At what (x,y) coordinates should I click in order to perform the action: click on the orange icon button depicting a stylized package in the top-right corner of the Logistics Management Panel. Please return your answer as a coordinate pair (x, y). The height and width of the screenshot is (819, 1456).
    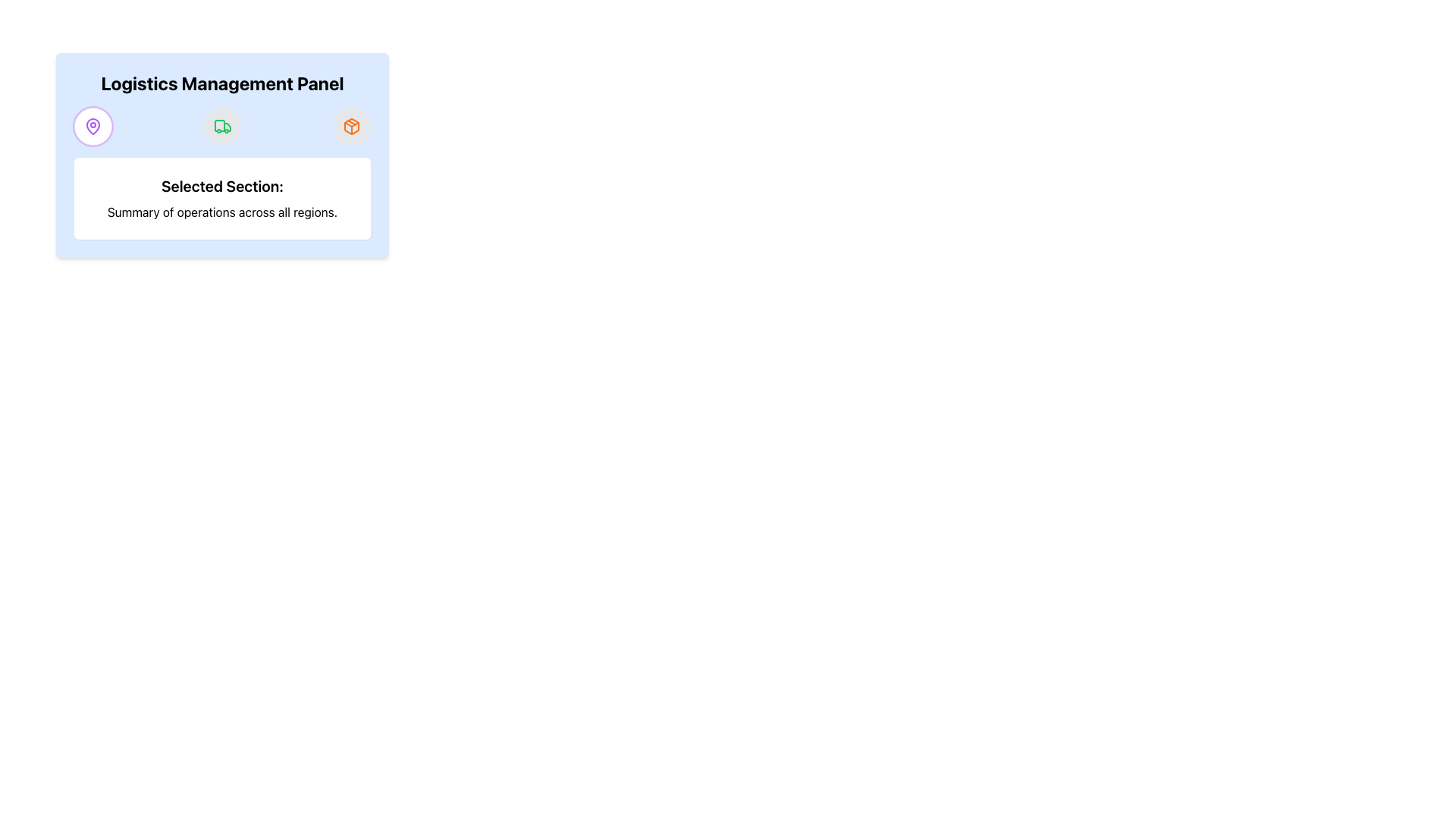
    Looking at the image, I should click on (351, 125).